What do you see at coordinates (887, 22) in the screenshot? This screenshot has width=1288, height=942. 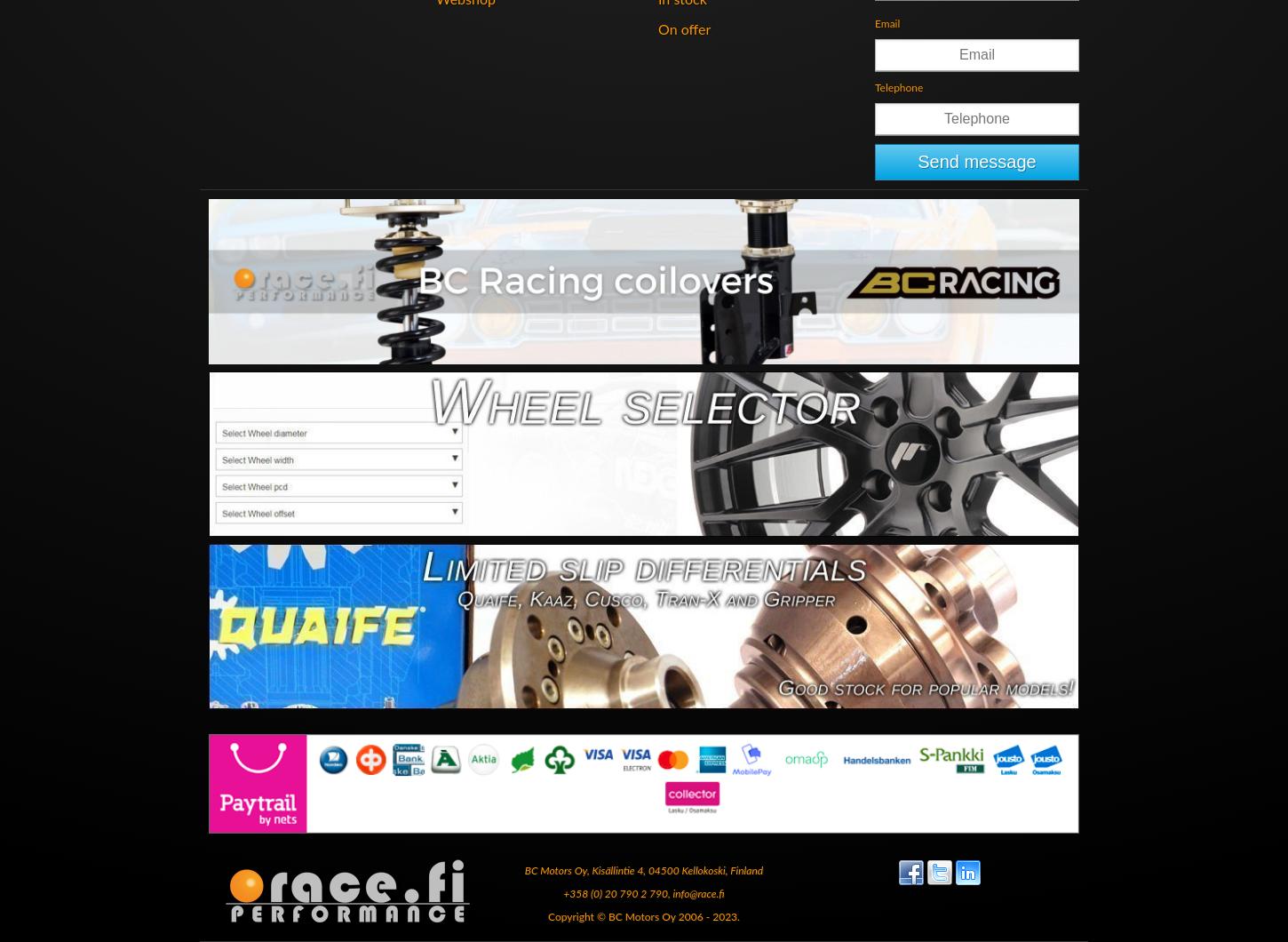 I see `'Email'` at bounding box center [887, 22].